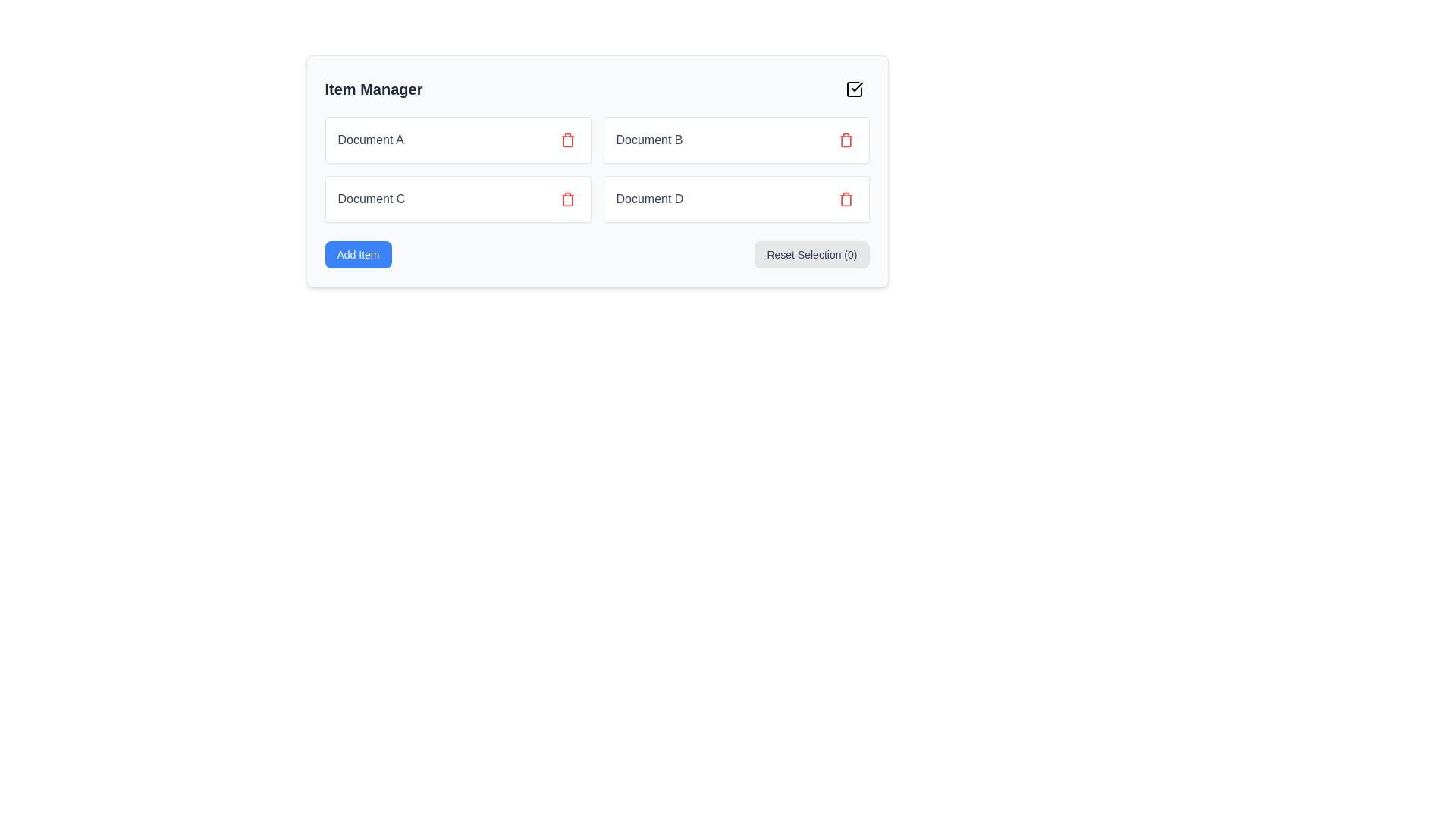 Image resolution: width=1456 pixels, height=819 pixels. I want to click on the square checkmark icon in the top-right section of the 'Item Manager' panel, so click(854, 89).